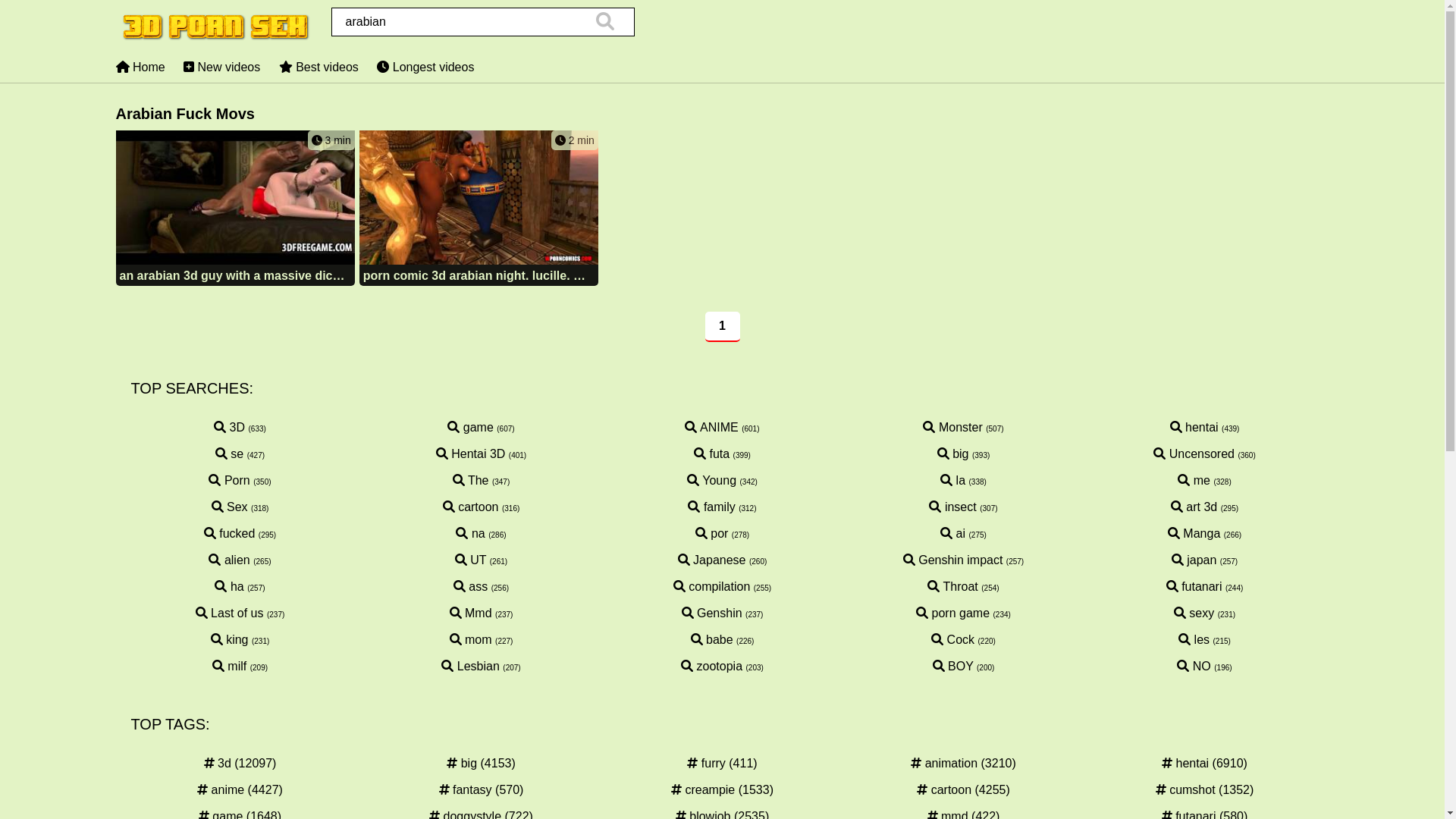 Image resolution: width=1456 pixels, height=819 pixels. Describe the element at coordinates (1193, 560) in the screenshot. I see `'japan'` at that location.